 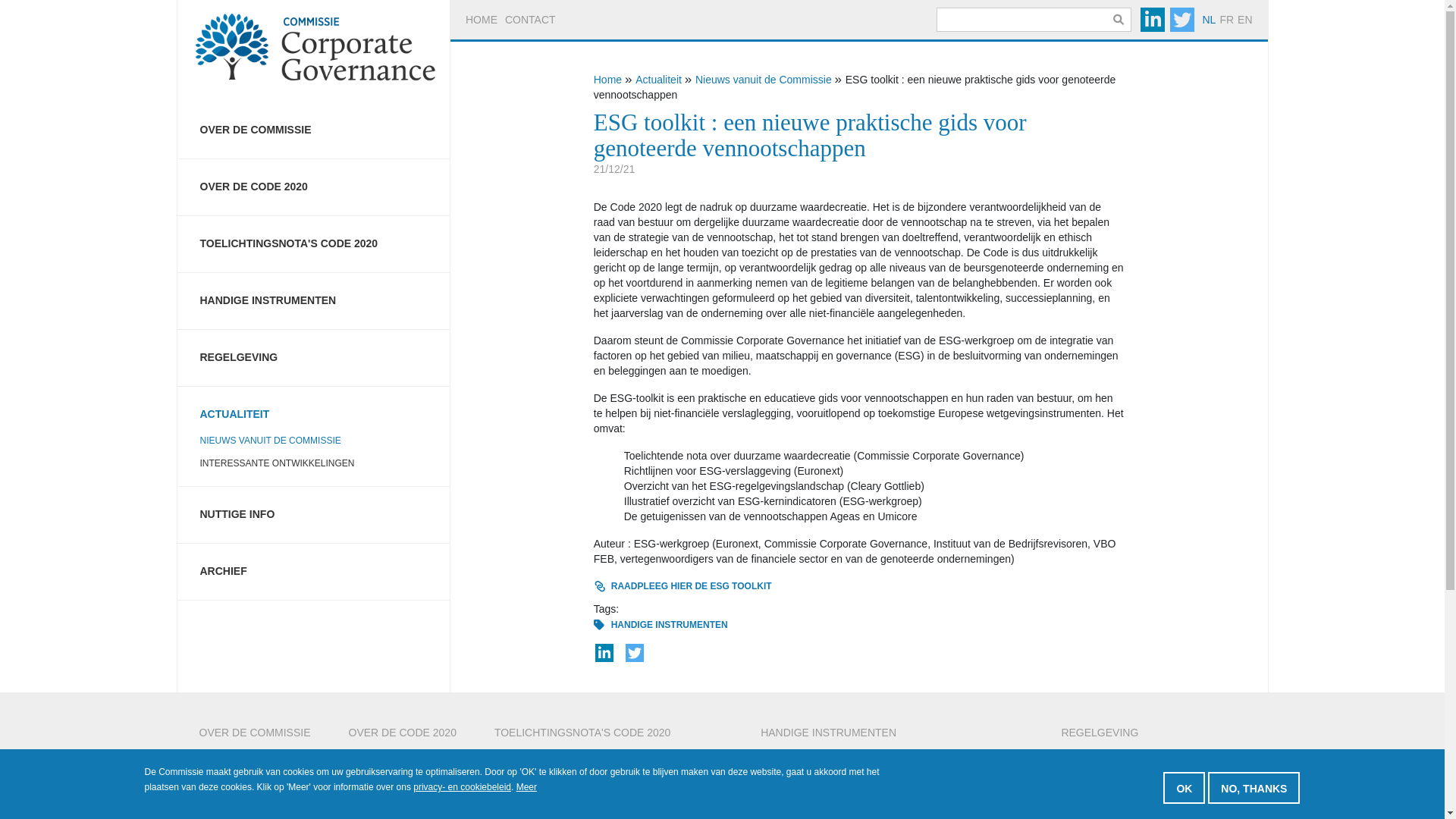 I want to click on 'NL', so click(x=1200, y=20).